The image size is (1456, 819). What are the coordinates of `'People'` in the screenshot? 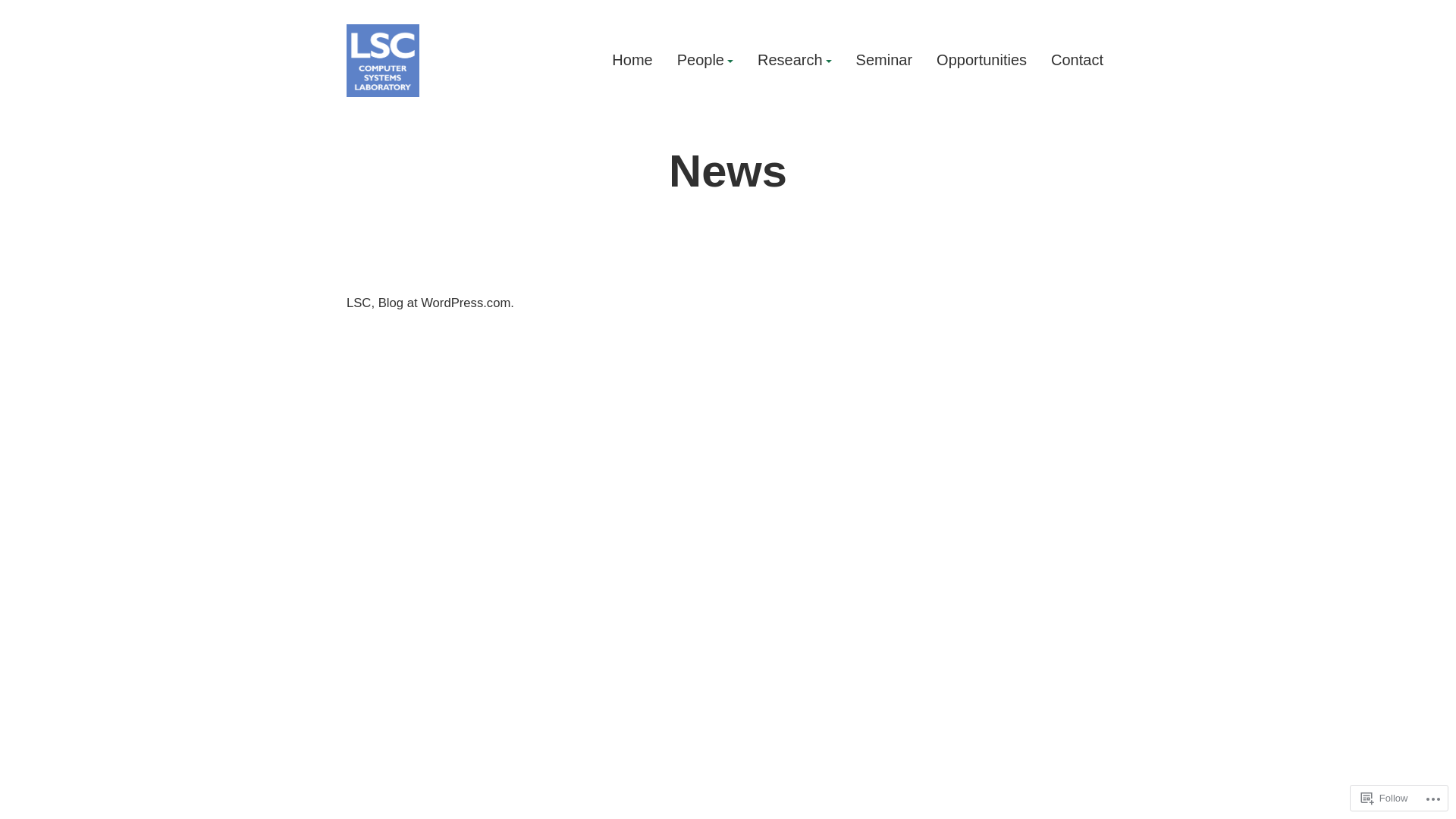 It's located at (676, 60).